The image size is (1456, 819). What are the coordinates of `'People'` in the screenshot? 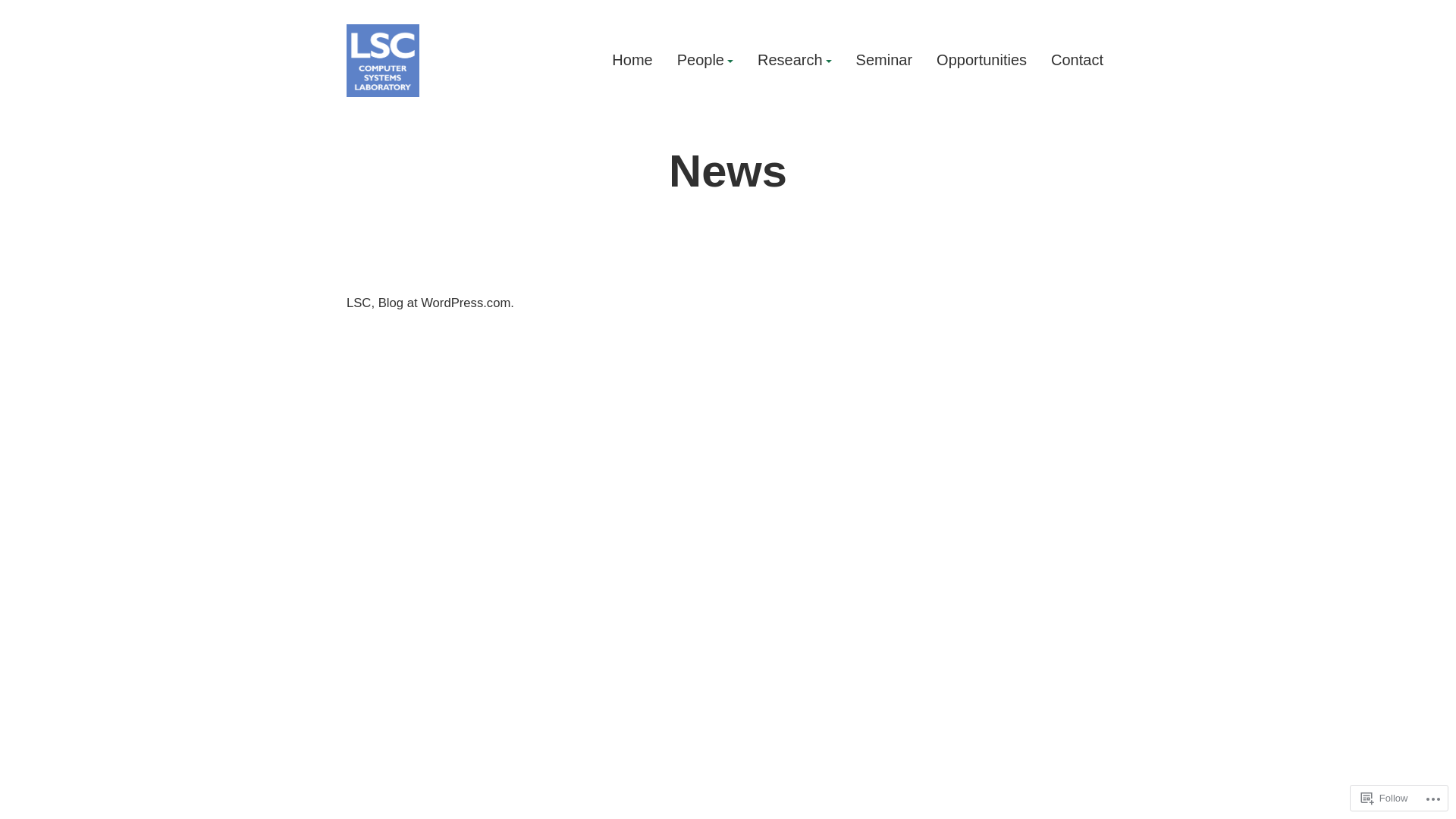 It's located at (676, 60).